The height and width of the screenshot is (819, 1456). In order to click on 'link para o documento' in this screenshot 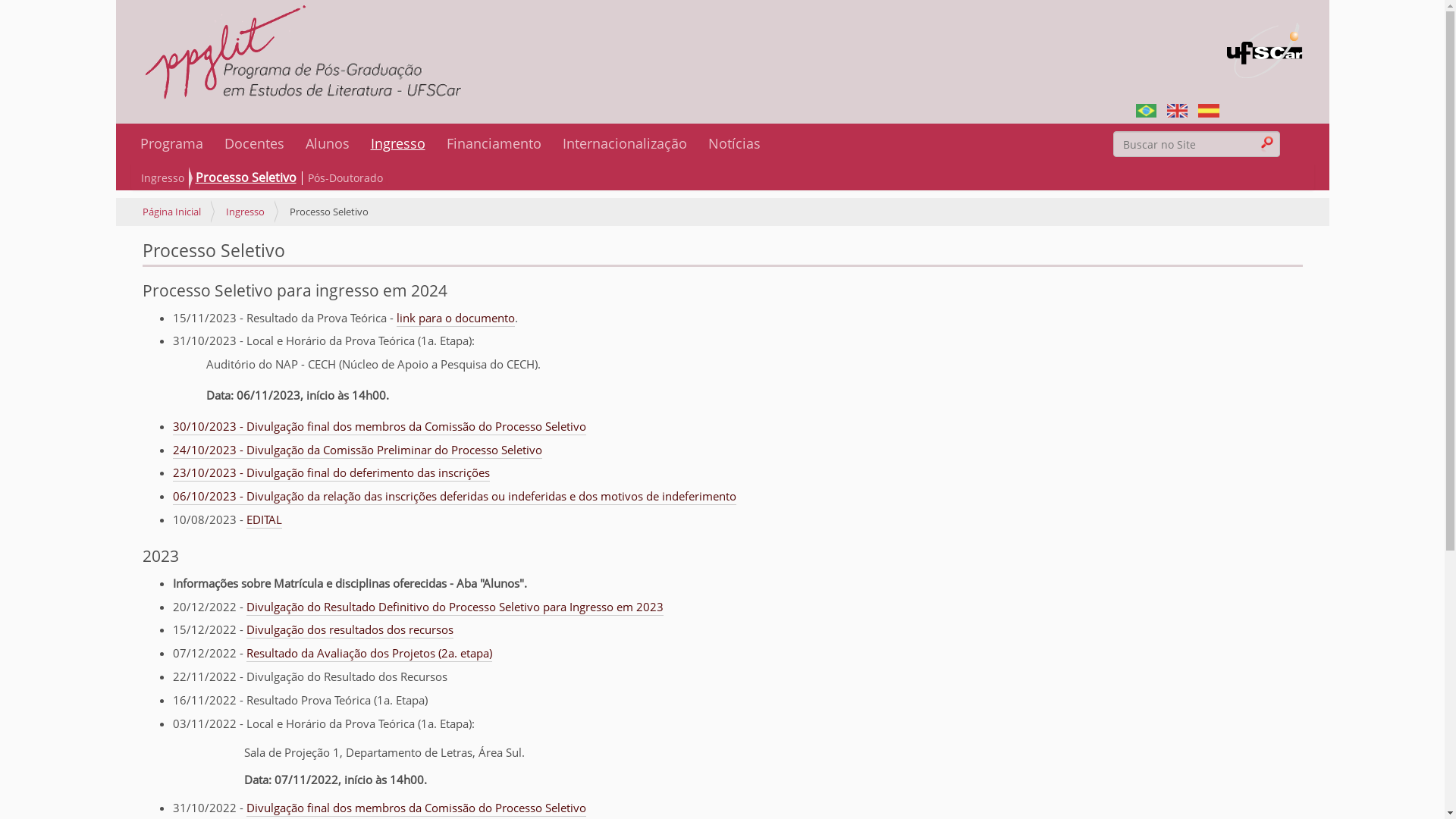, I will do `click(454, 318)`.